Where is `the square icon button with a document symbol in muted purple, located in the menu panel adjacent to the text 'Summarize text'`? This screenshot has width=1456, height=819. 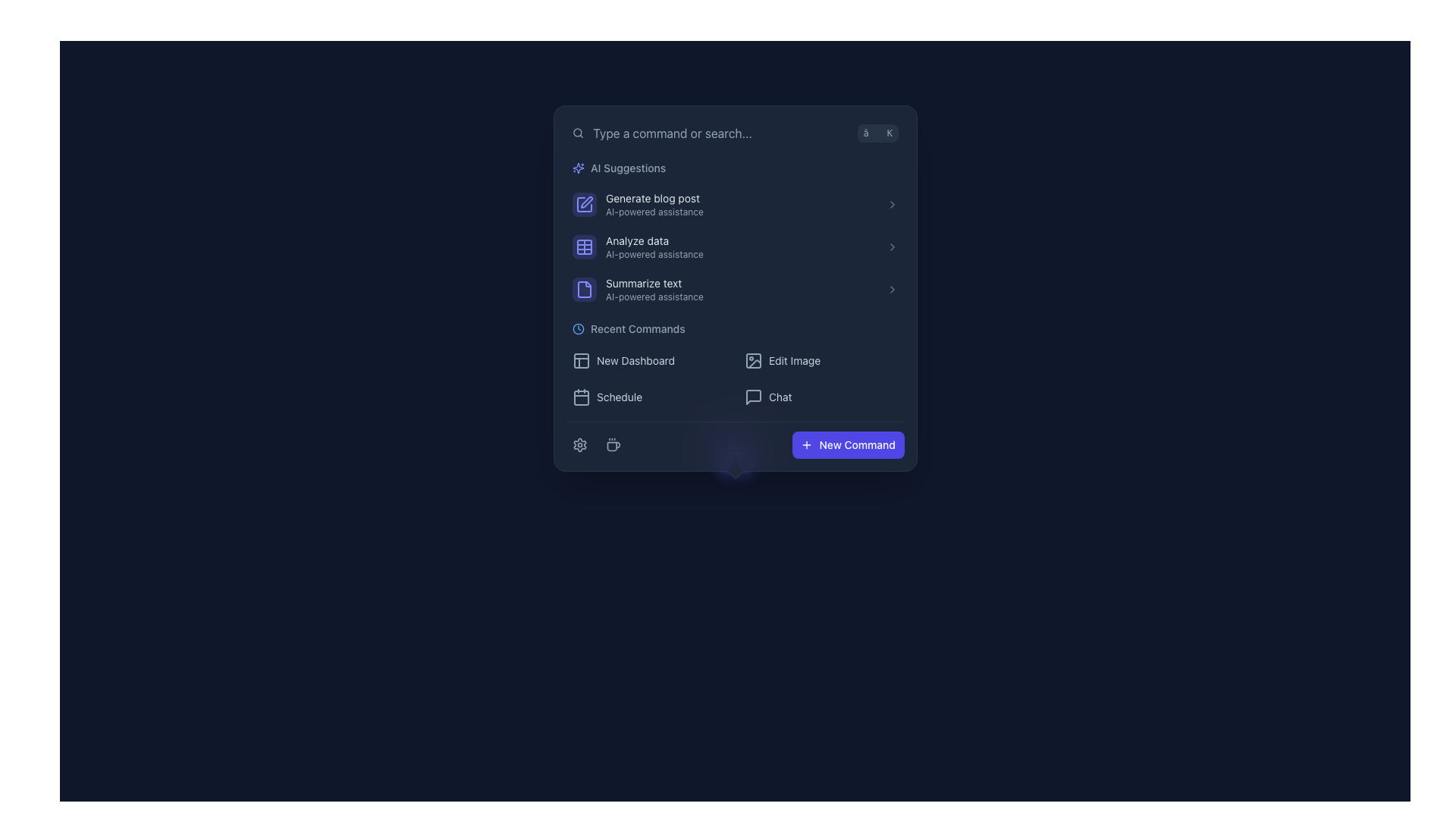 the square icon button with a document symbol in muted purple, located in the menu panel adjacent to the text 'Summarize text' is located at coordinates (583, 289).